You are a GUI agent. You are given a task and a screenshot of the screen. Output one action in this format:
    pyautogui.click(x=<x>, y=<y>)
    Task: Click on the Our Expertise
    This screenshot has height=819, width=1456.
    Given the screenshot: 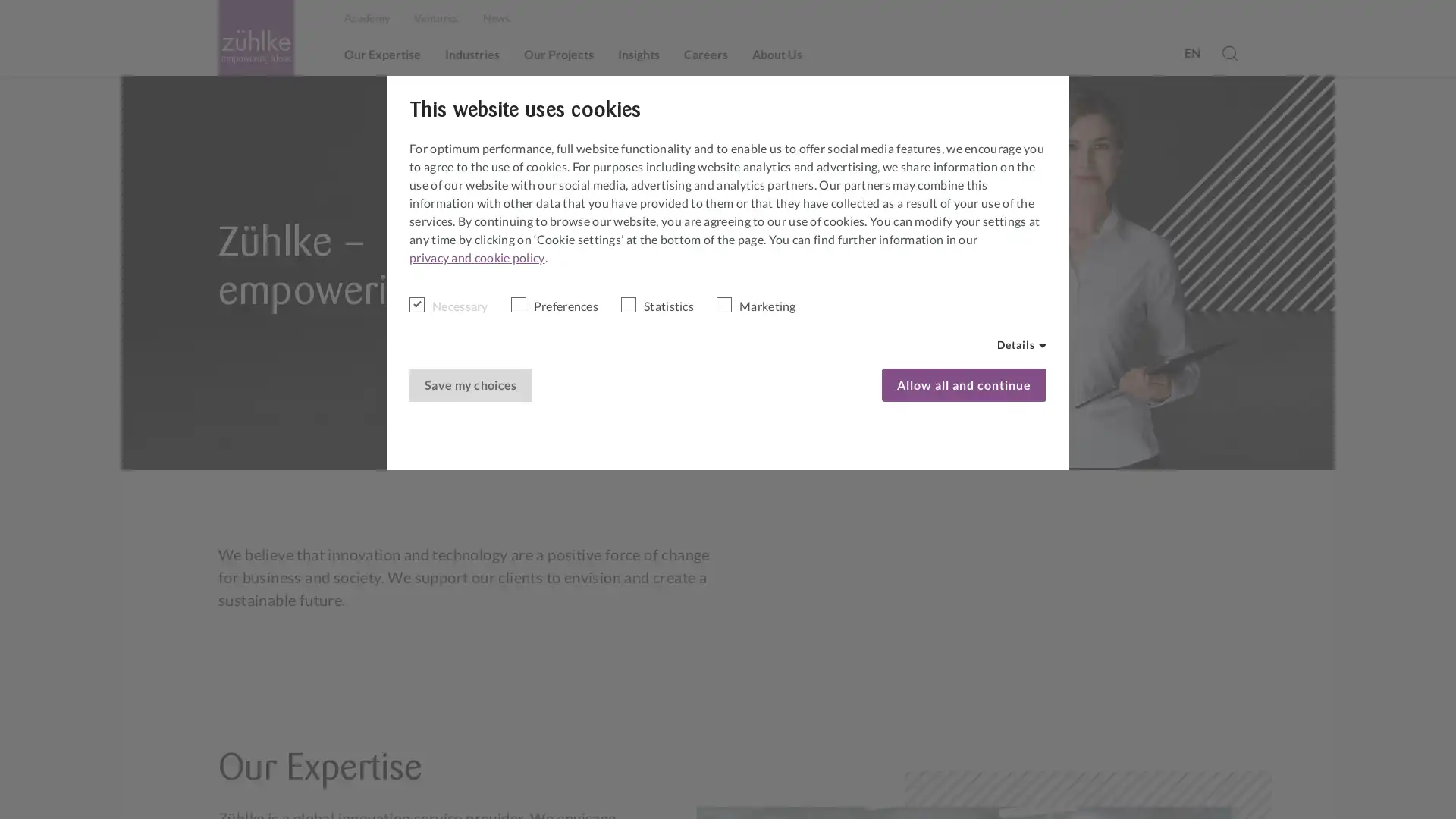 What is the action you would take?
    pyautogui.click(x=382, y=54)
    